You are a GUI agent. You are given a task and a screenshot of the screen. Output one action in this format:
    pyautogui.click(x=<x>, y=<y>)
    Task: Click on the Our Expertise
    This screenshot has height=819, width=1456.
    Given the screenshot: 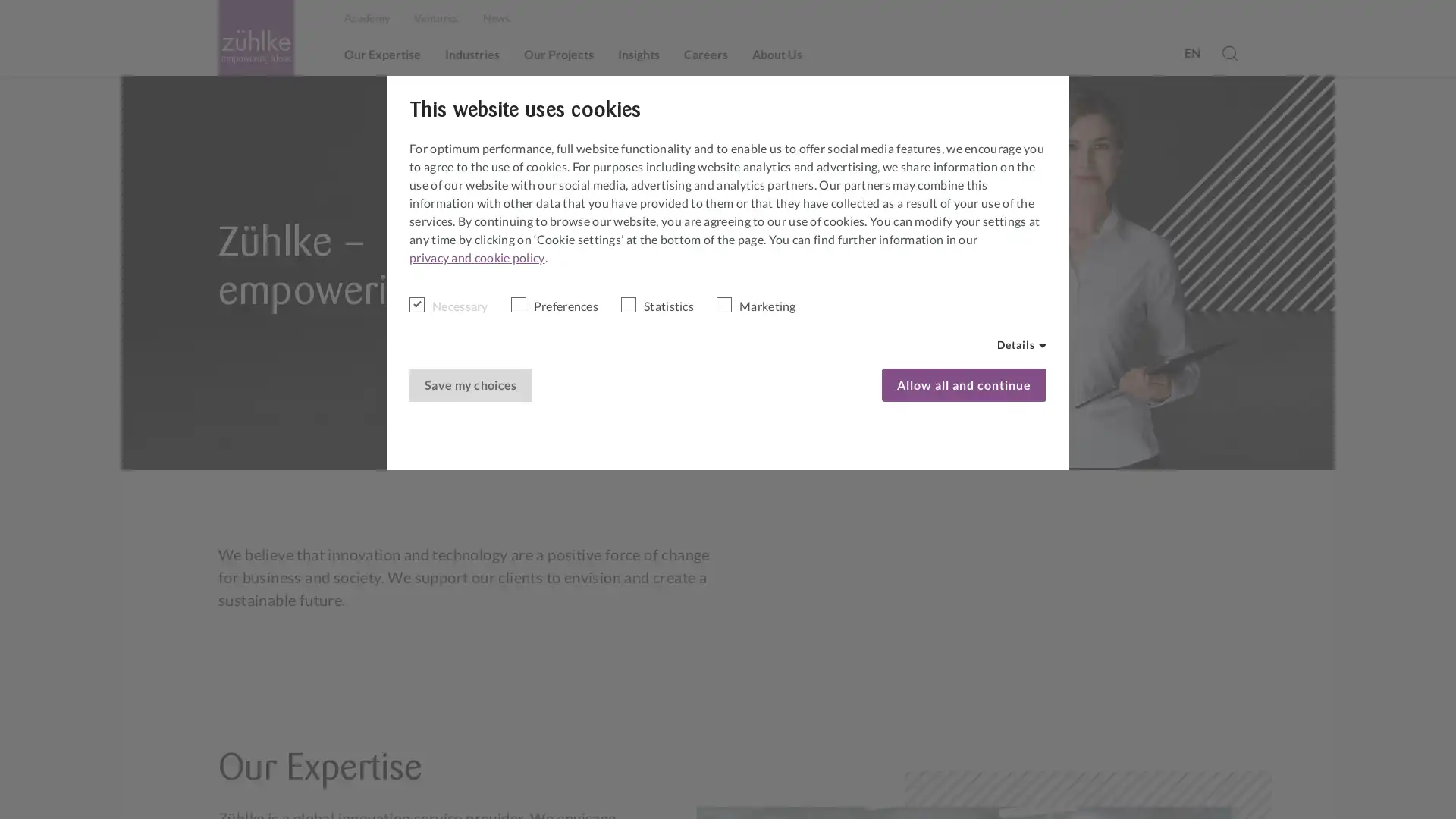 What is the action you would take?
    pyautogui.click(x=382, y=54)
    